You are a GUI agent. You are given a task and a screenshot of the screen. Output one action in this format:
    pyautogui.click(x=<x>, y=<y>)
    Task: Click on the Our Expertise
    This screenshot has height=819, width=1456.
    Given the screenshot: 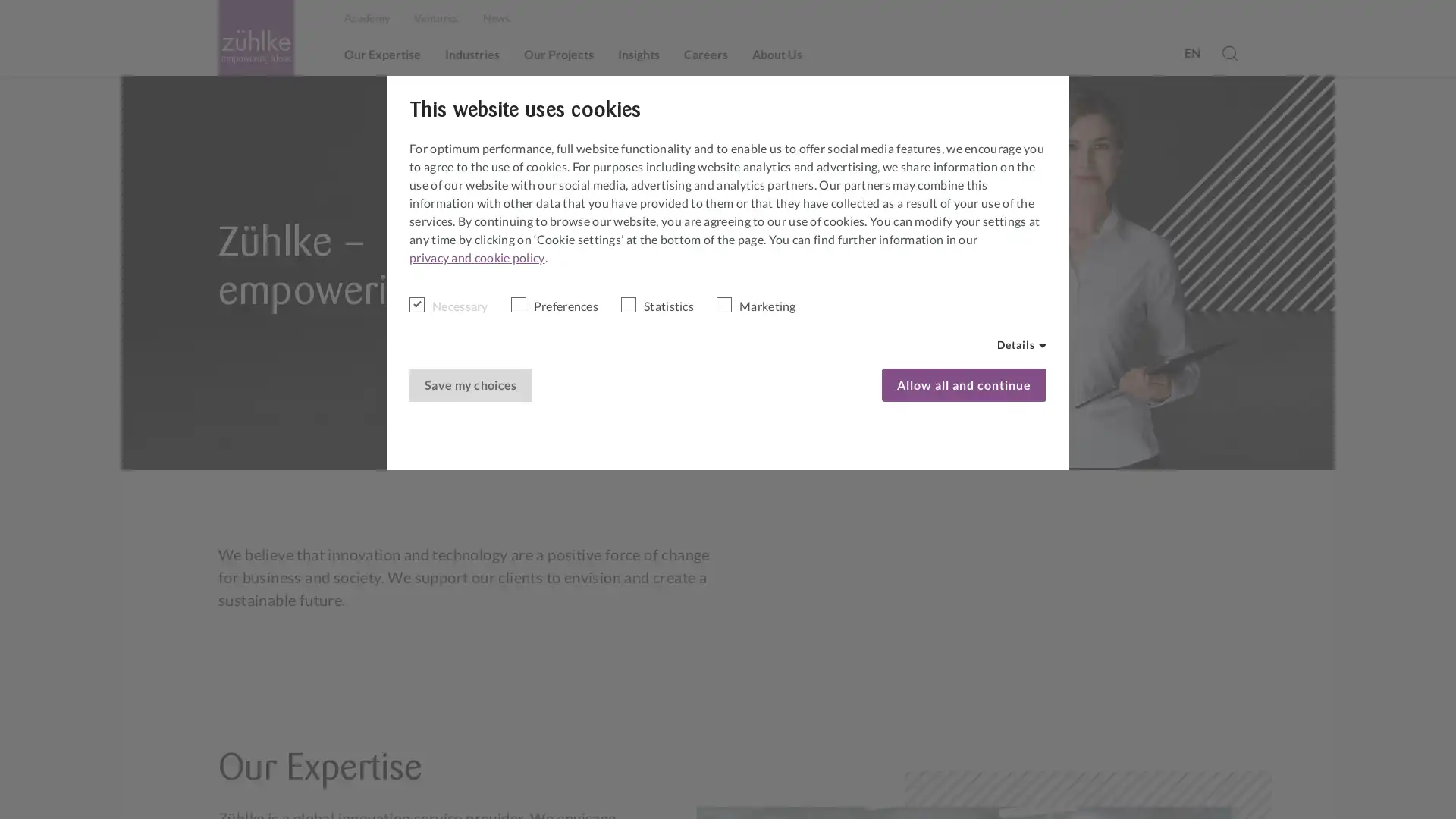 What is the action you would take?
    pyautogui.click(x=382, y=54)
    